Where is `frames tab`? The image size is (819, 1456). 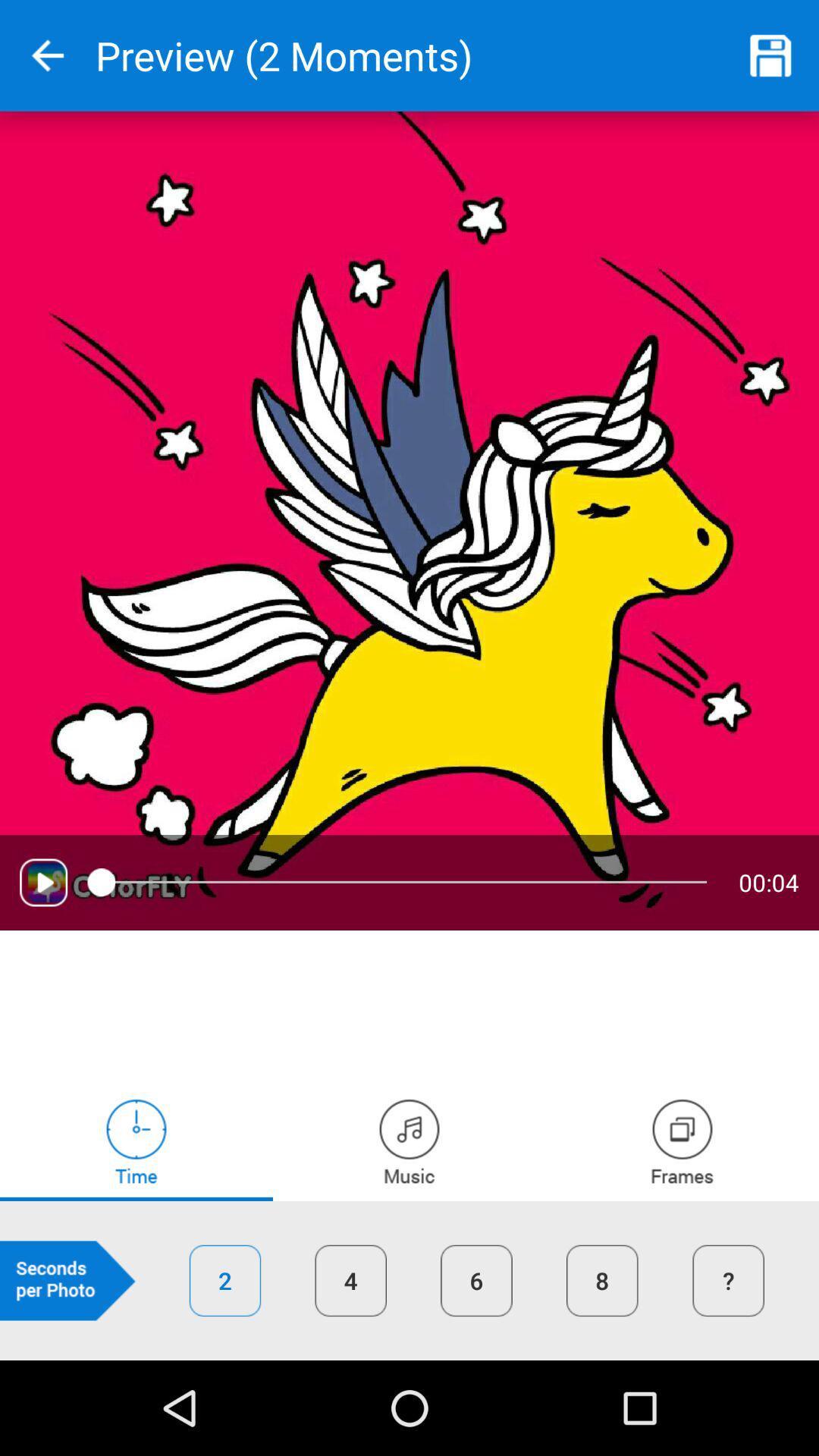 frames tab is located at coordinates (681, 1141).